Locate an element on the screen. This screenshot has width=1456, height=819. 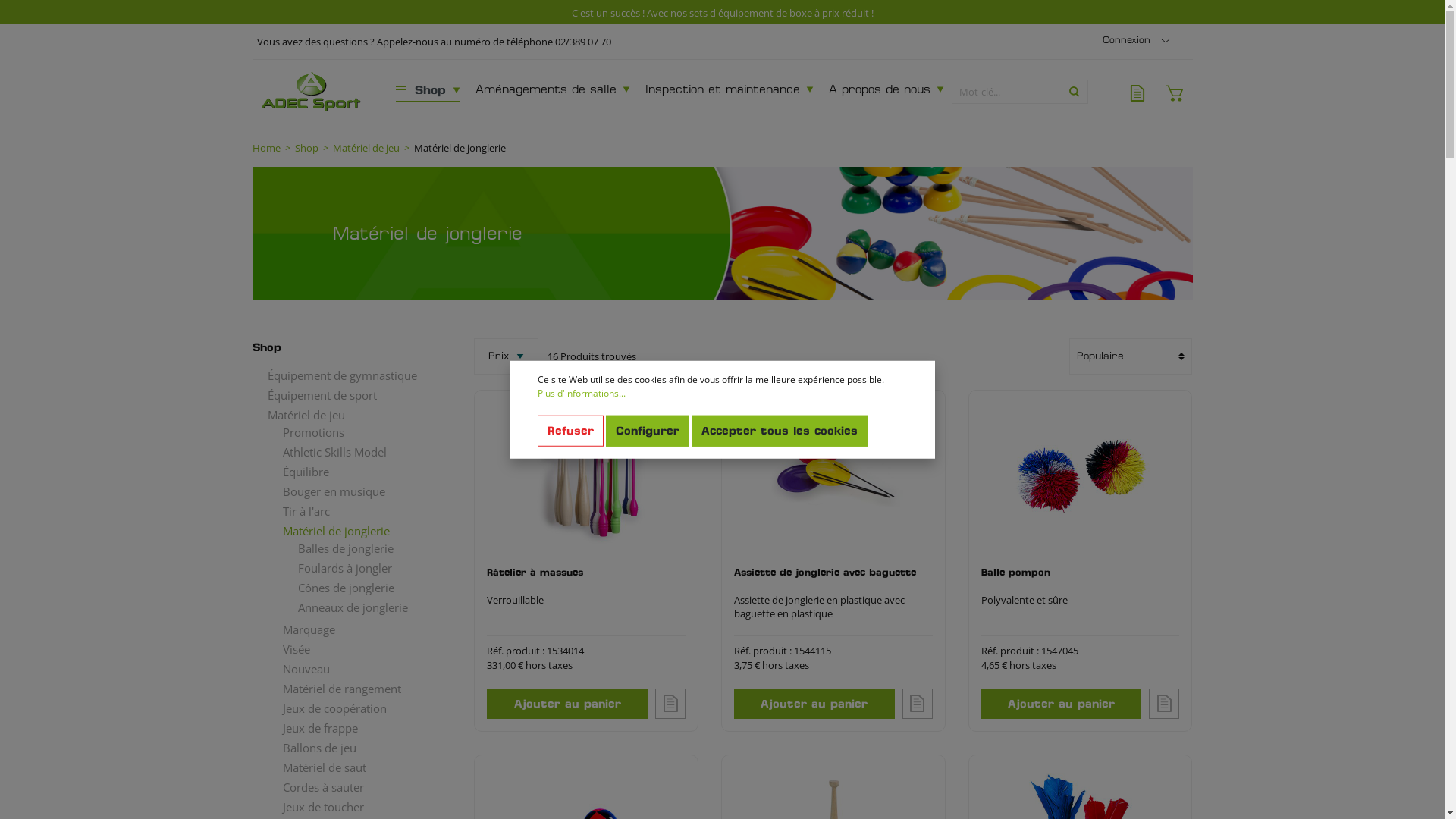
'Inspection et maintenance' is located at coordinates (729, 91).